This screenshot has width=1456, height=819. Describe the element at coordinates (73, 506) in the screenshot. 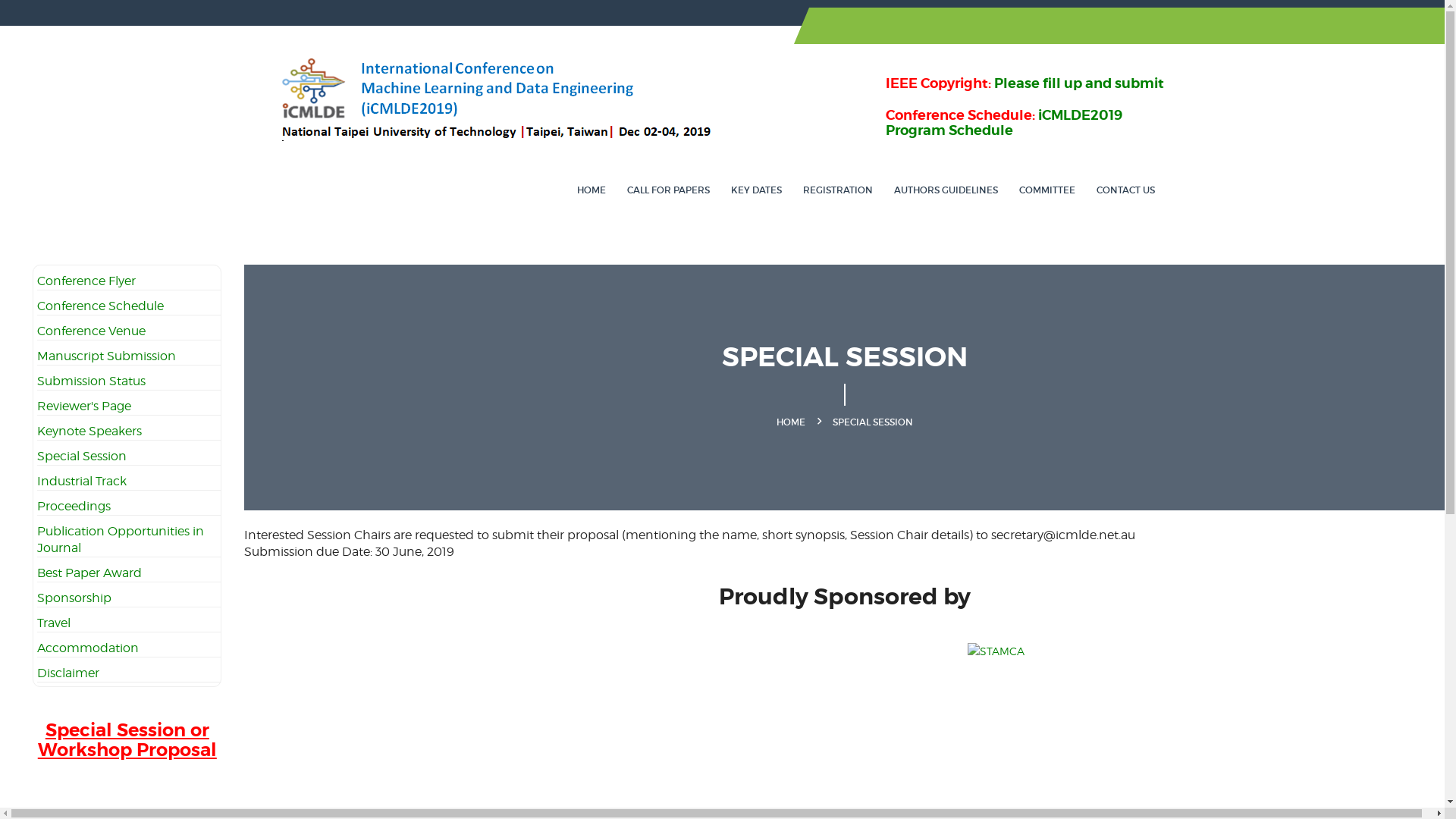

I see `'Proceedings'` at that location.